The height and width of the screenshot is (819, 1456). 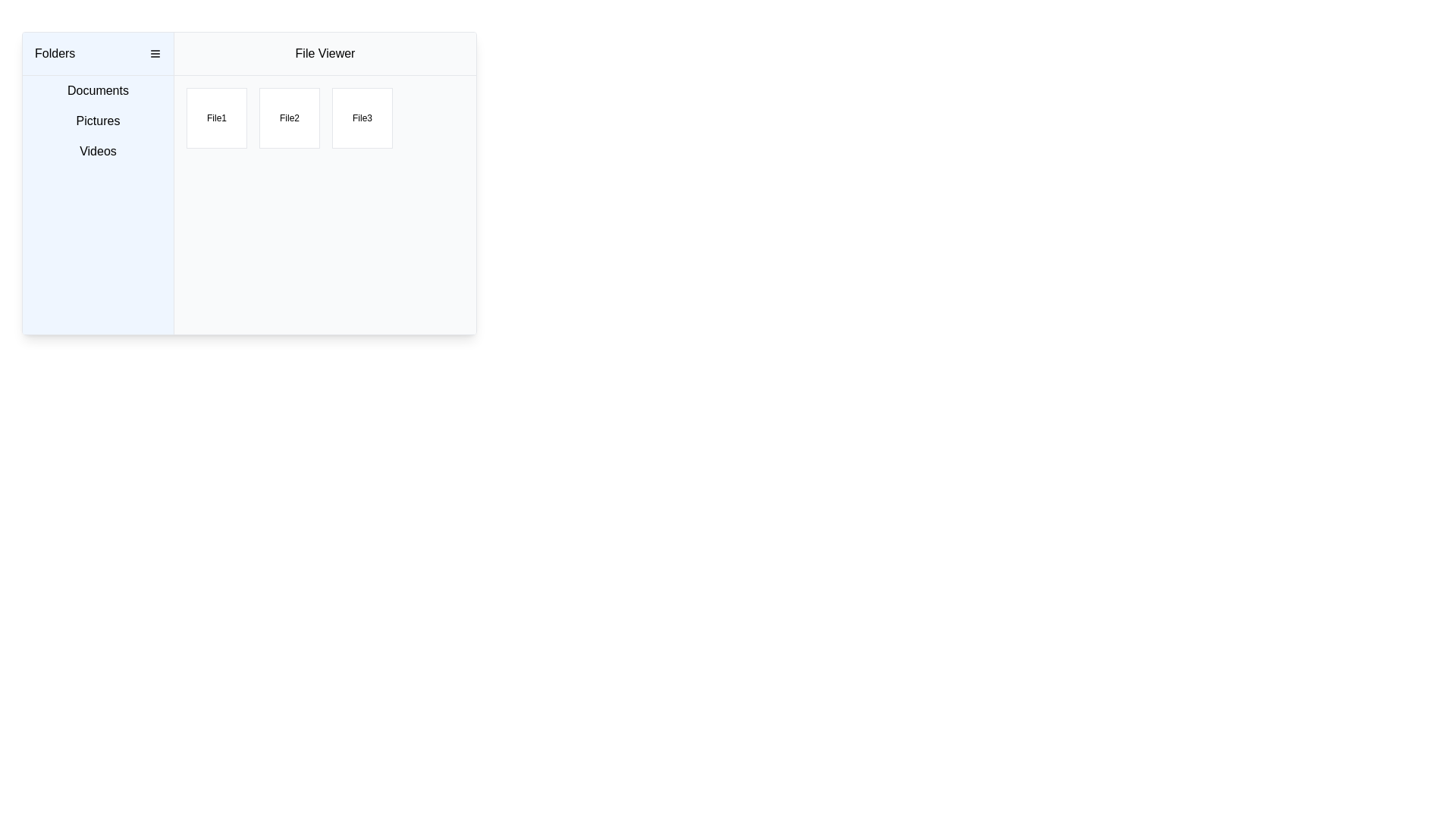 I want to click on the 'Pictures' button-like navigation item, so click(x=97, y=120).